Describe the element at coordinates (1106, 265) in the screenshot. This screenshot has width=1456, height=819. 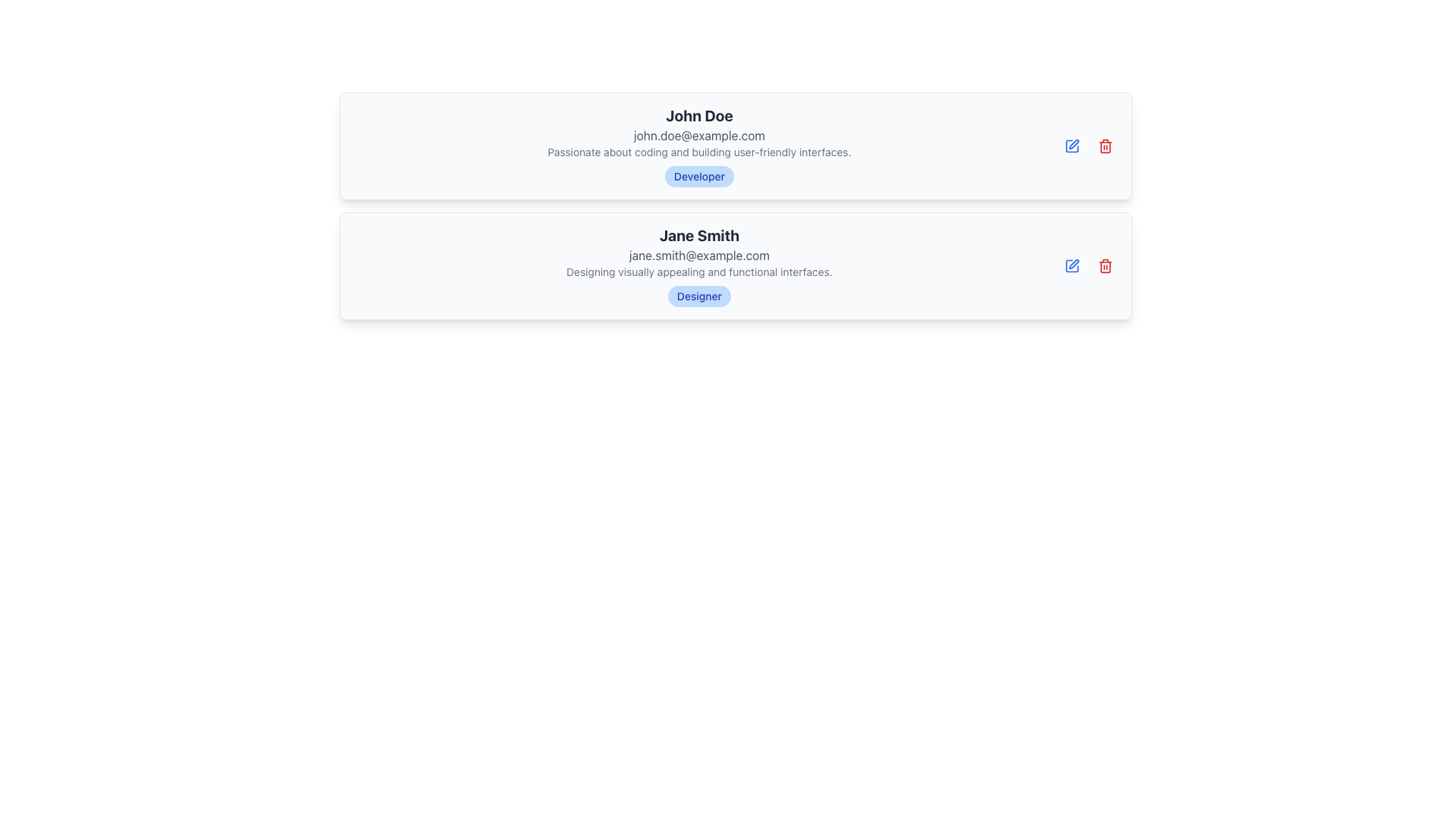
I see `the trash bin icon button located at the top right corner of the user's detail card` at that location.